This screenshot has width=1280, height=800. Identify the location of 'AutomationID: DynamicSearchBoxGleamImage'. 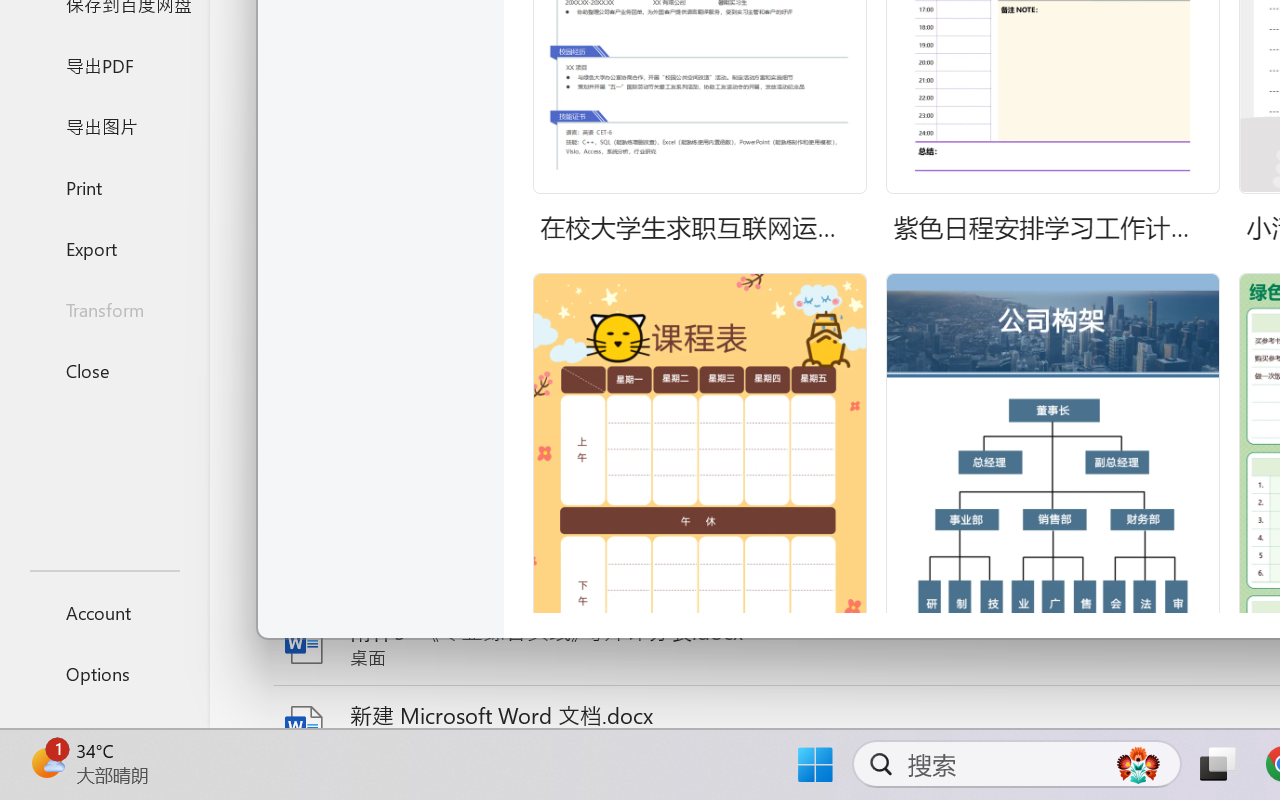
(1138, 764).